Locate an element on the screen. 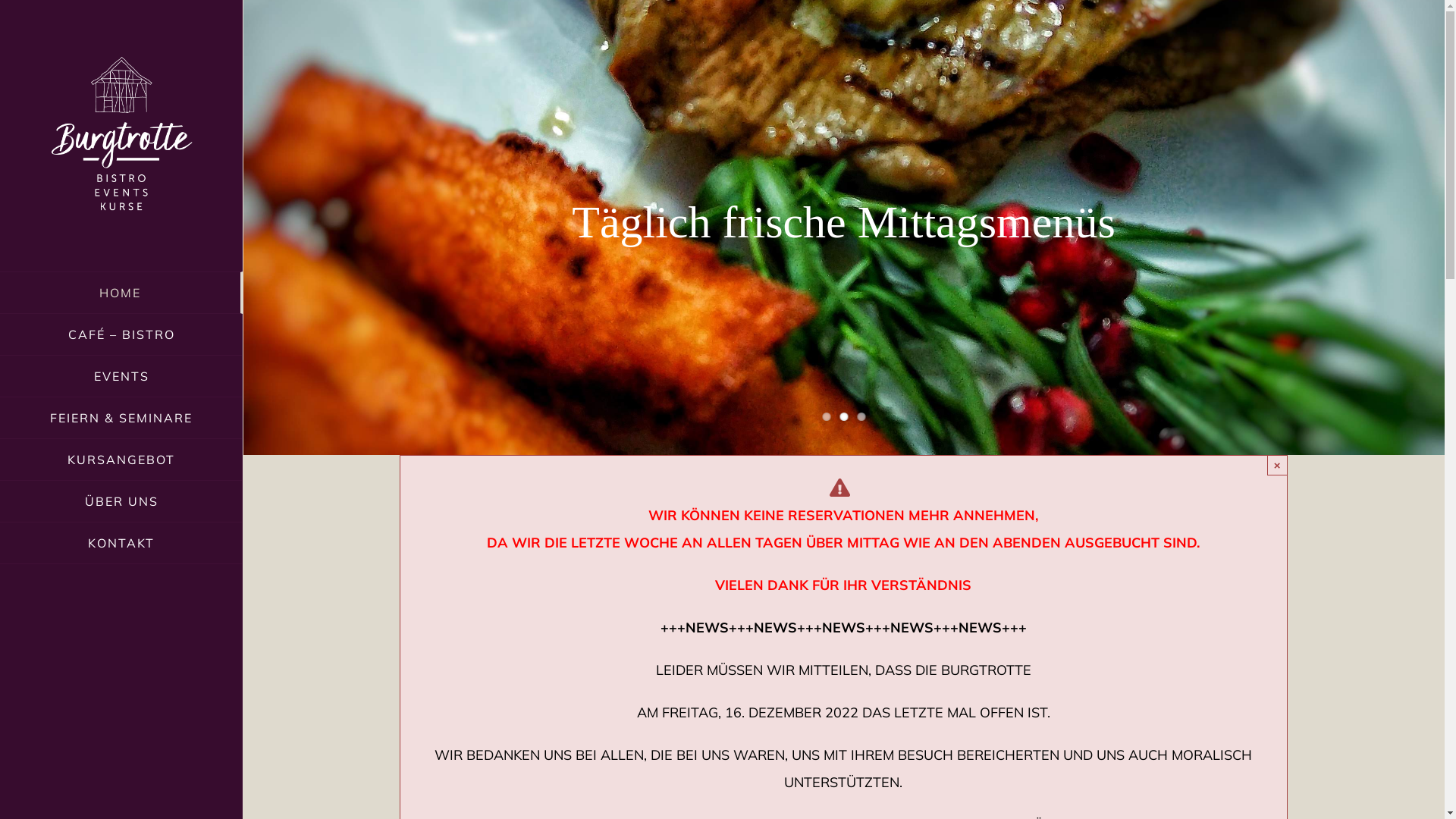  '1' is located at coordinates (821, 416).